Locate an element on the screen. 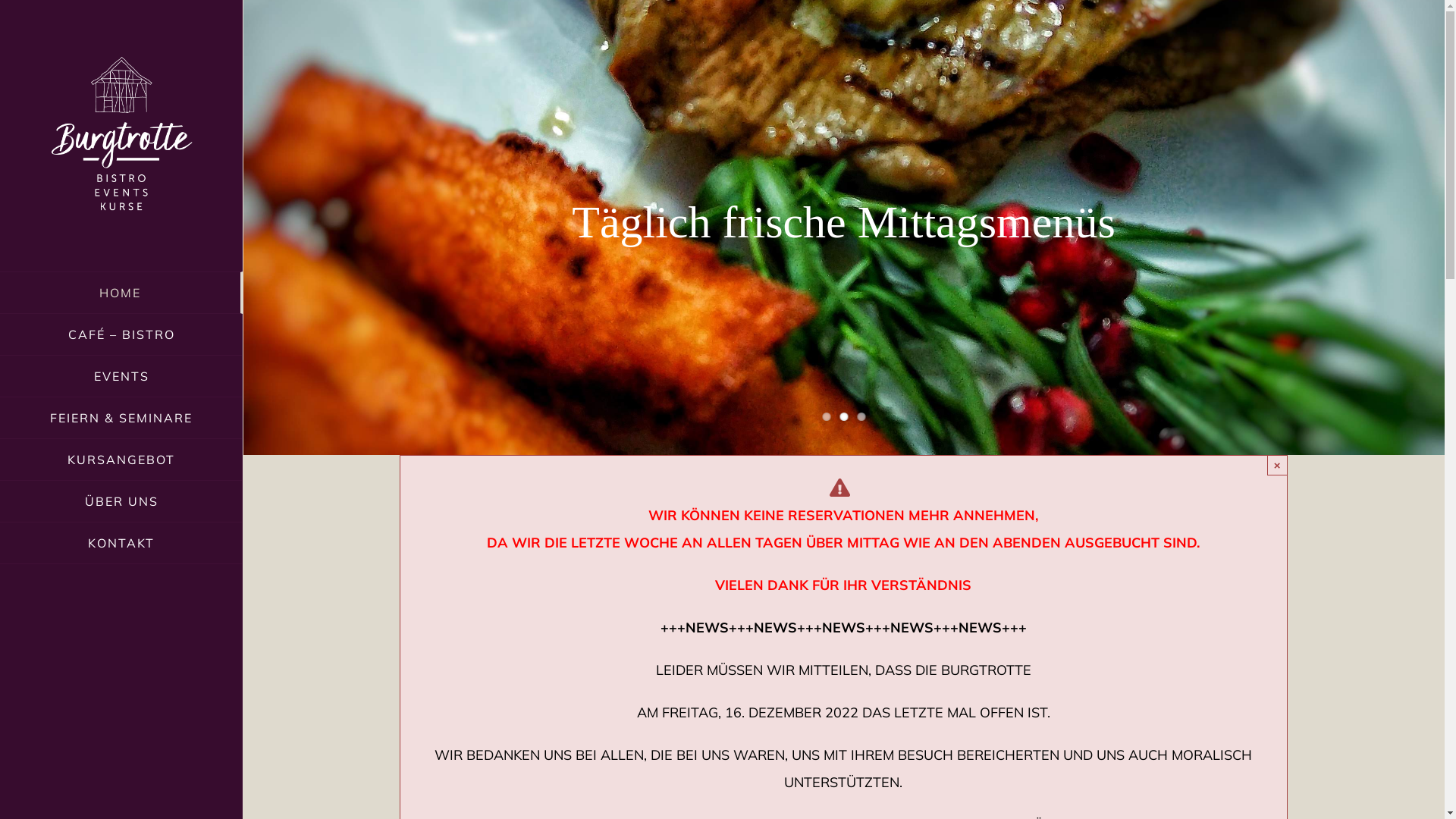  '1' is located at coordinates (821, 416).